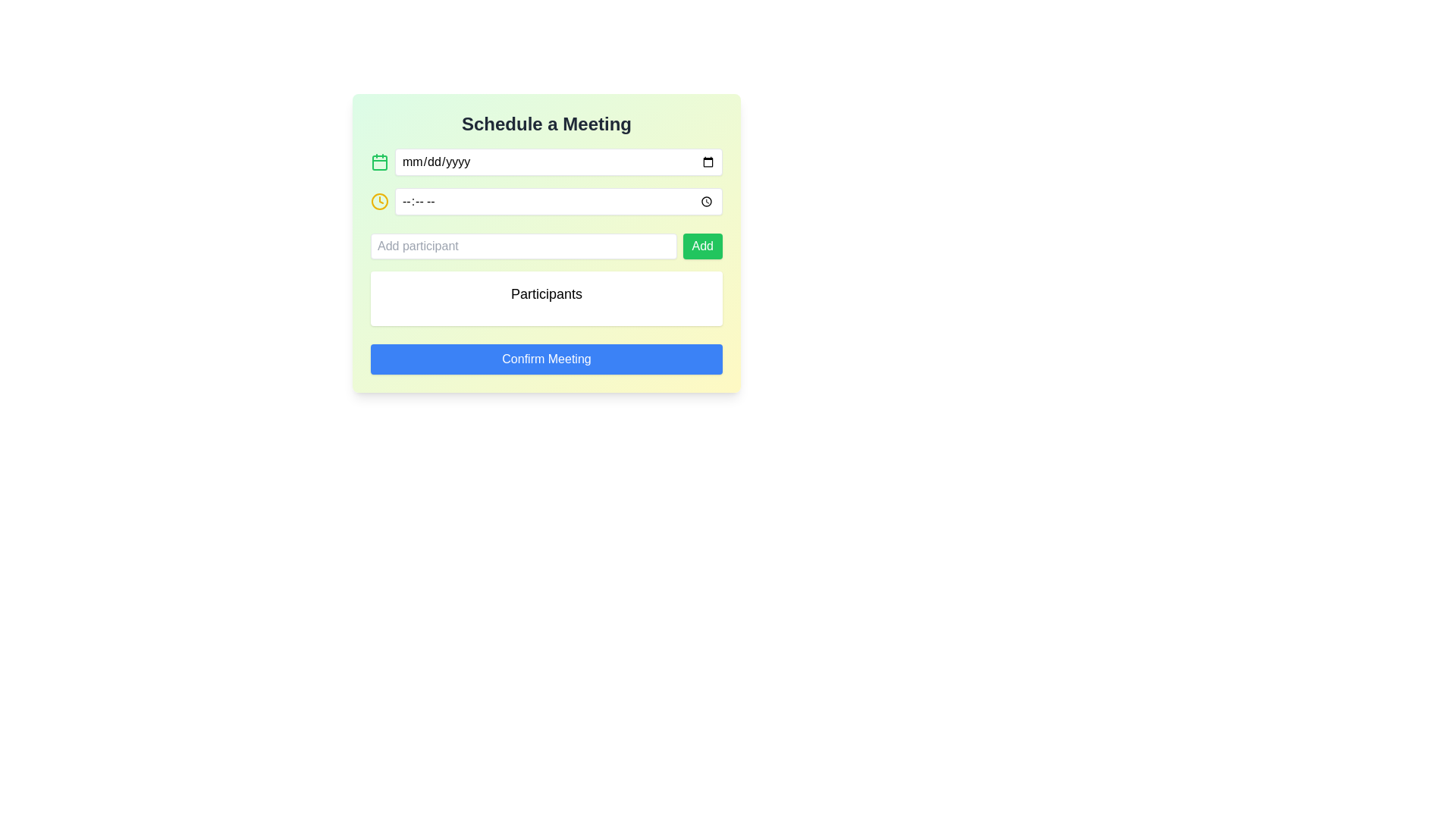 The height and width of the screenshot is (819, 1456). What do you see at coordinates (546, 298) in the screenshot?
I see `the static text header or label indicating the participants section of the 'Schedule a Meeting' form, located between the 'Add participant' button and the 'Confirm Meeting' button` at bounding box center [546, 298].